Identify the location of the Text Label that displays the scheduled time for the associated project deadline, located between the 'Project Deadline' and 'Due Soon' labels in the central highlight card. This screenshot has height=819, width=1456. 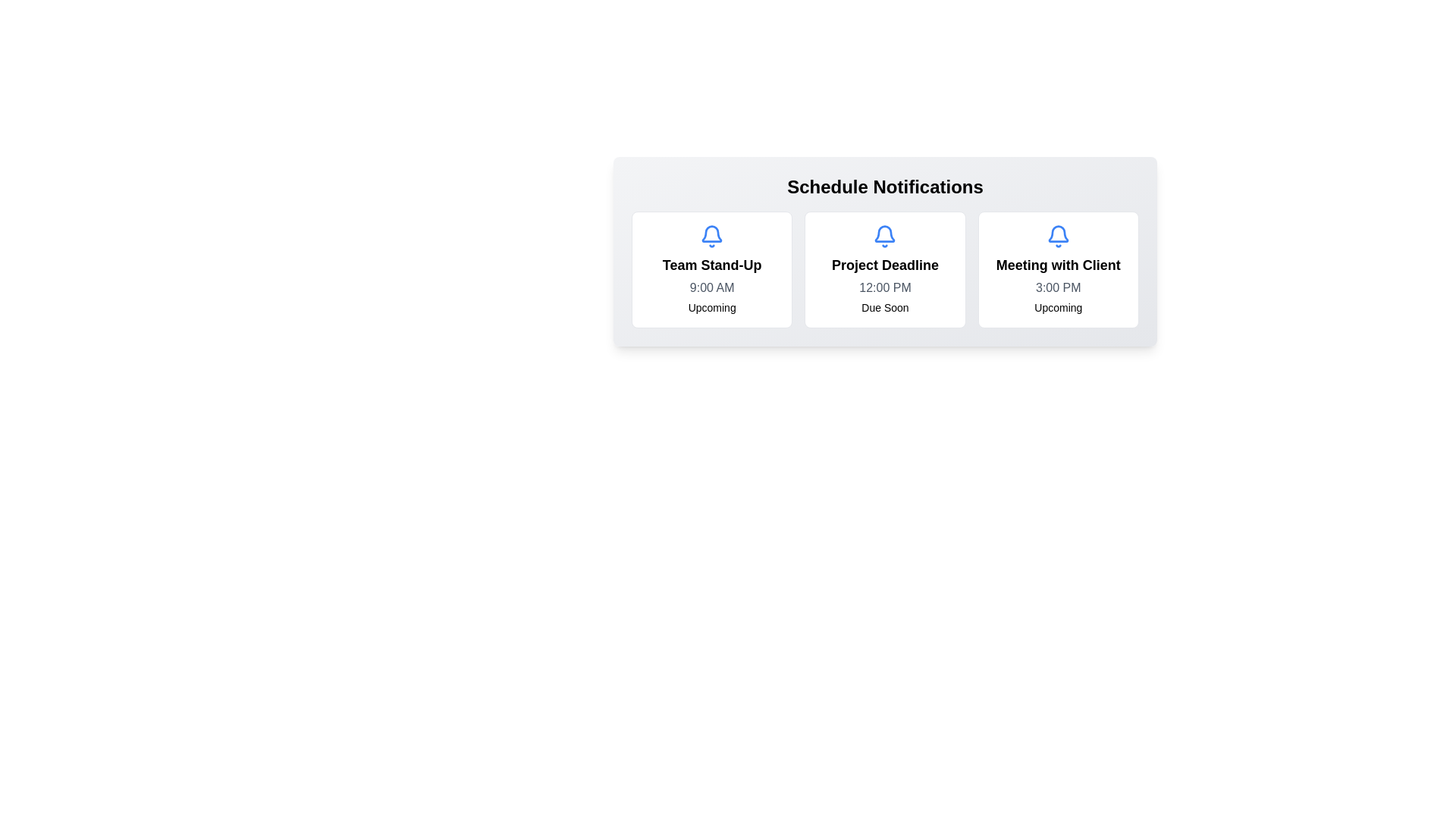
(885, 288).